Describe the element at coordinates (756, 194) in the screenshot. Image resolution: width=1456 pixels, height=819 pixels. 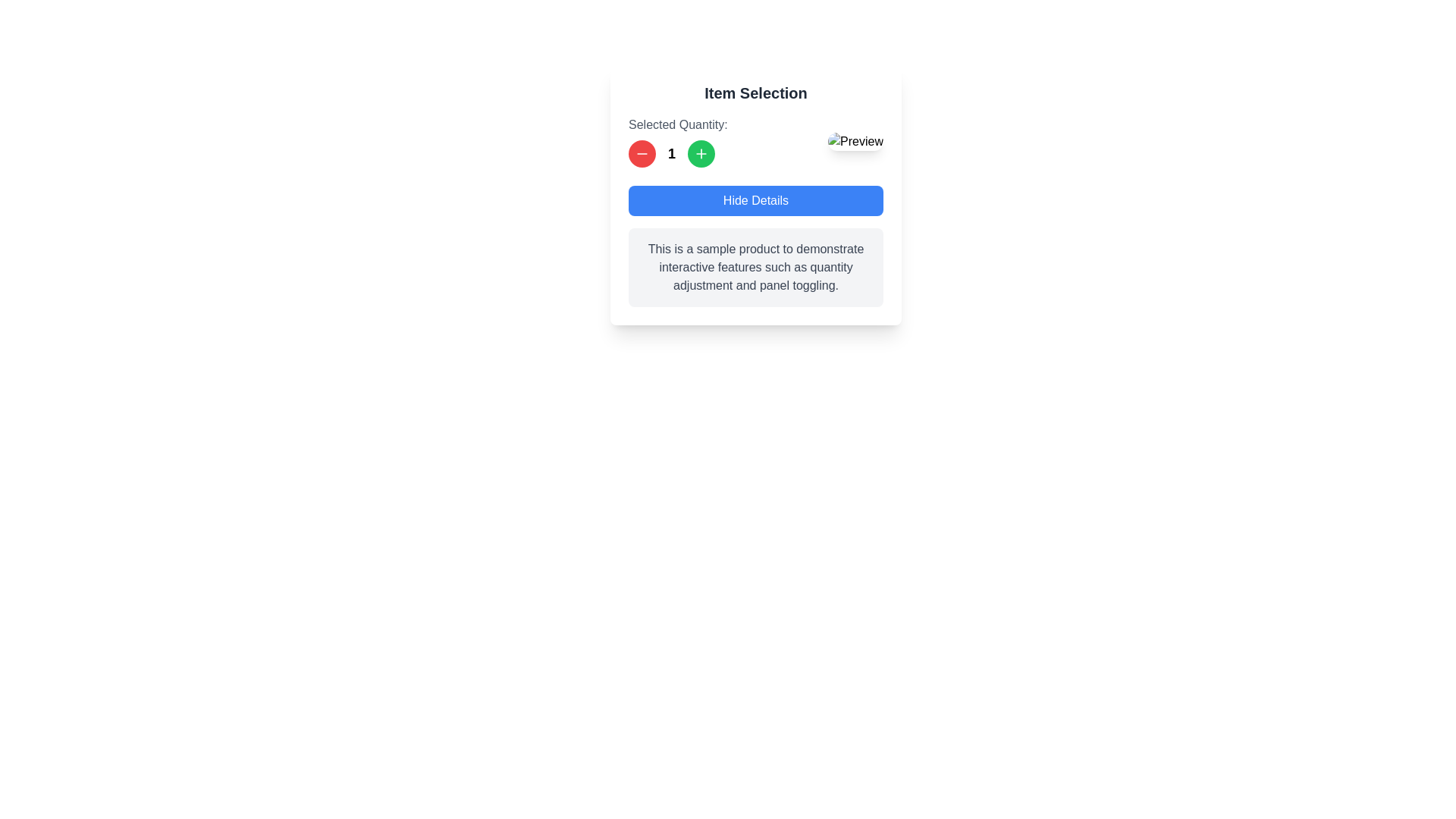
I see `the blue rectangular button labeled 'Hide Details'` at that location.